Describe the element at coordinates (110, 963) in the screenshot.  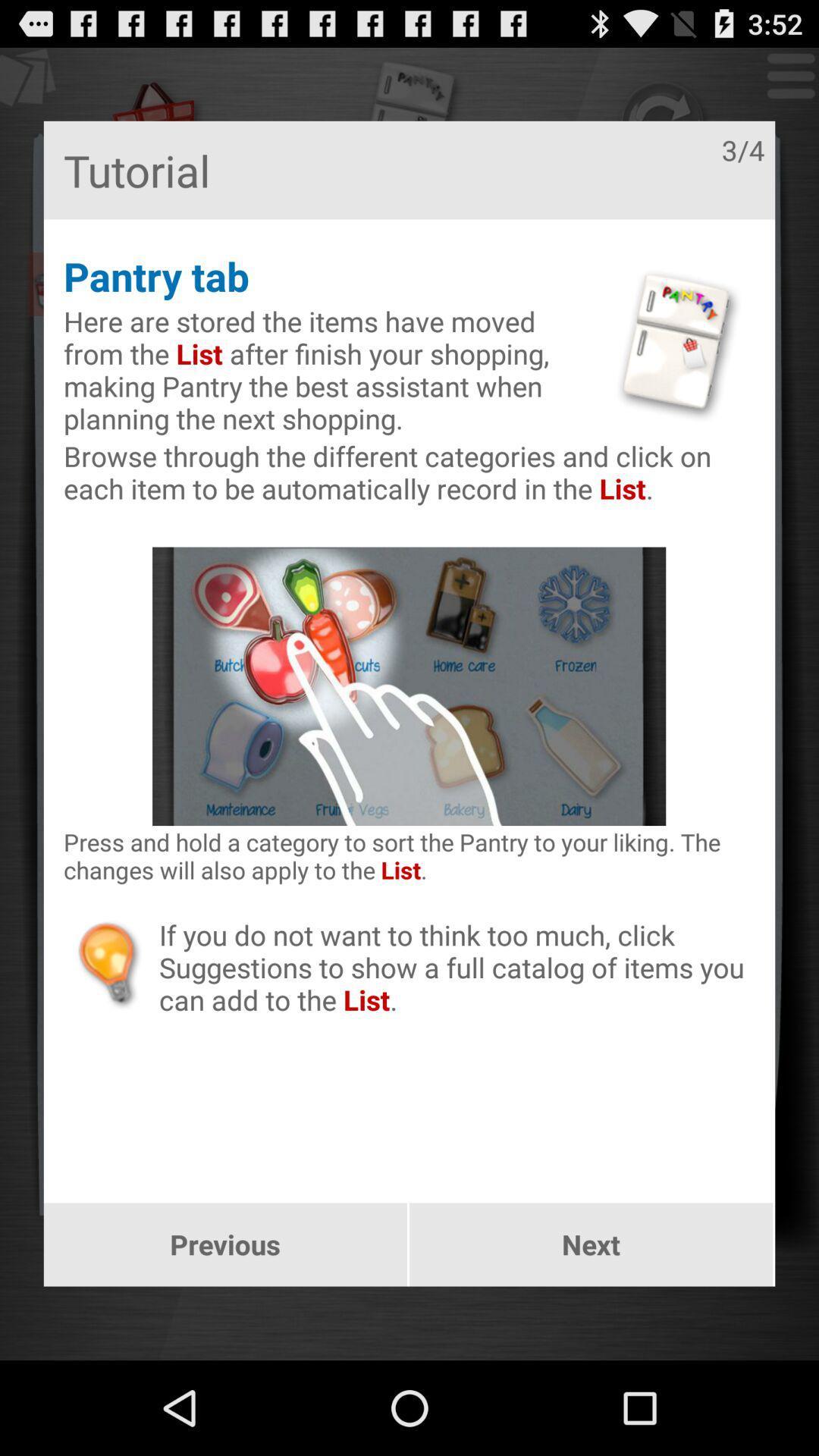
I see `the bulb image` at that location.